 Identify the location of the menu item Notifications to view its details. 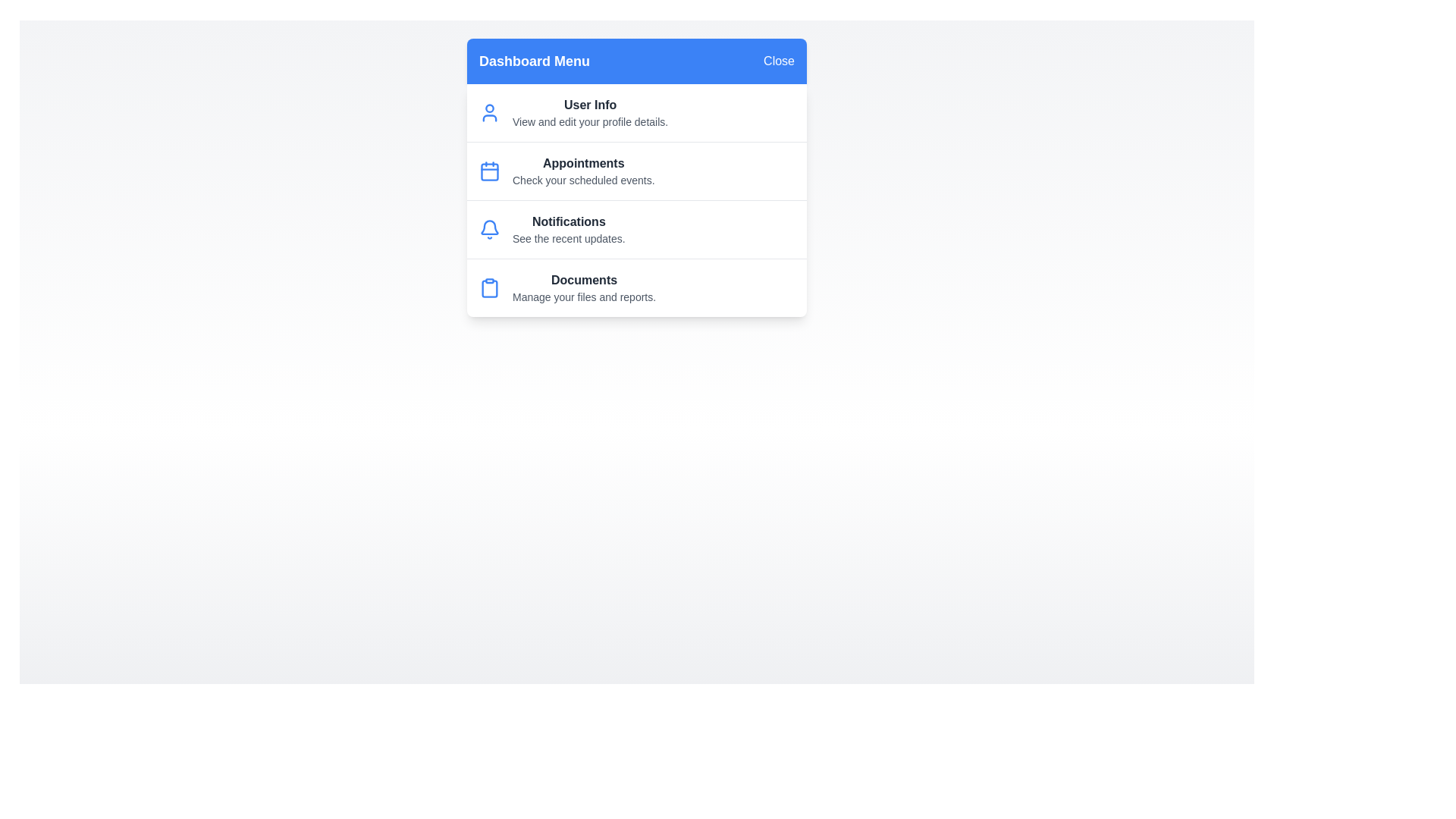
(490, 230).